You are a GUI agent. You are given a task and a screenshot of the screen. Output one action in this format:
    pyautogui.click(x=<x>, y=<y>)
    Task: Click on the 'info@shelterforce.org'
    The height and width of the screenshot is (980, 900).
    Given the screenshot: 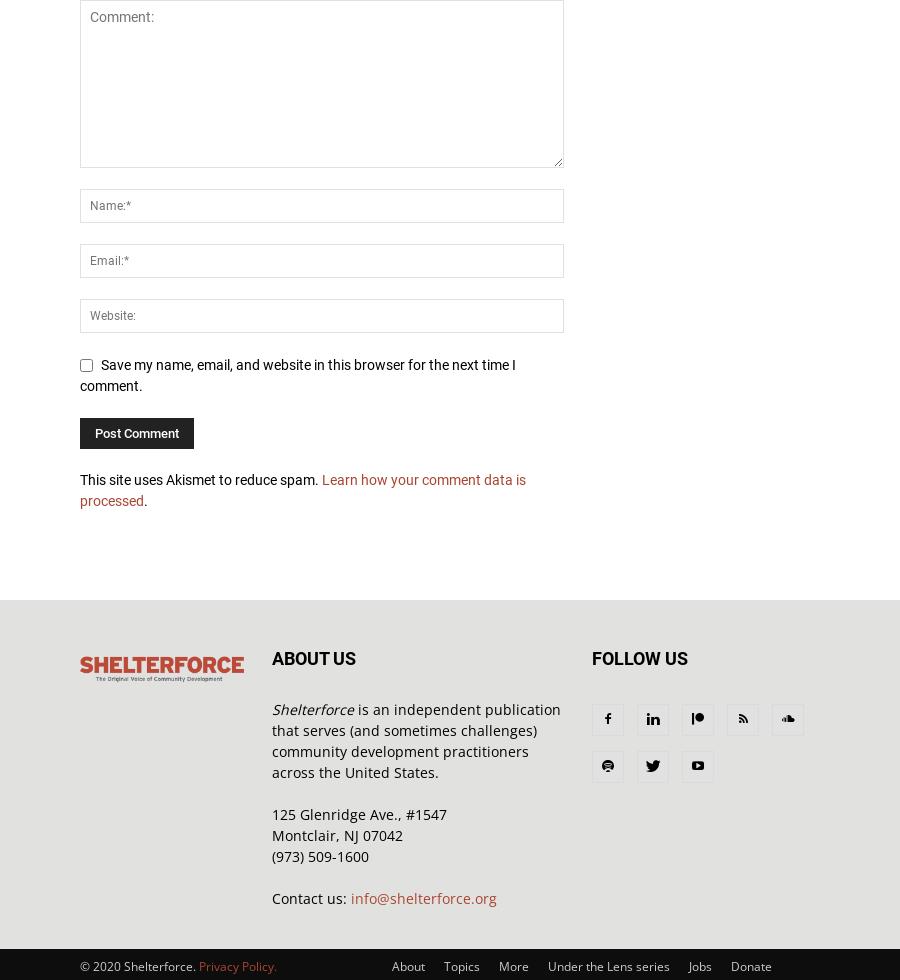 What is the action you would take?
    pyautogui.click(x=423, y=898)
    